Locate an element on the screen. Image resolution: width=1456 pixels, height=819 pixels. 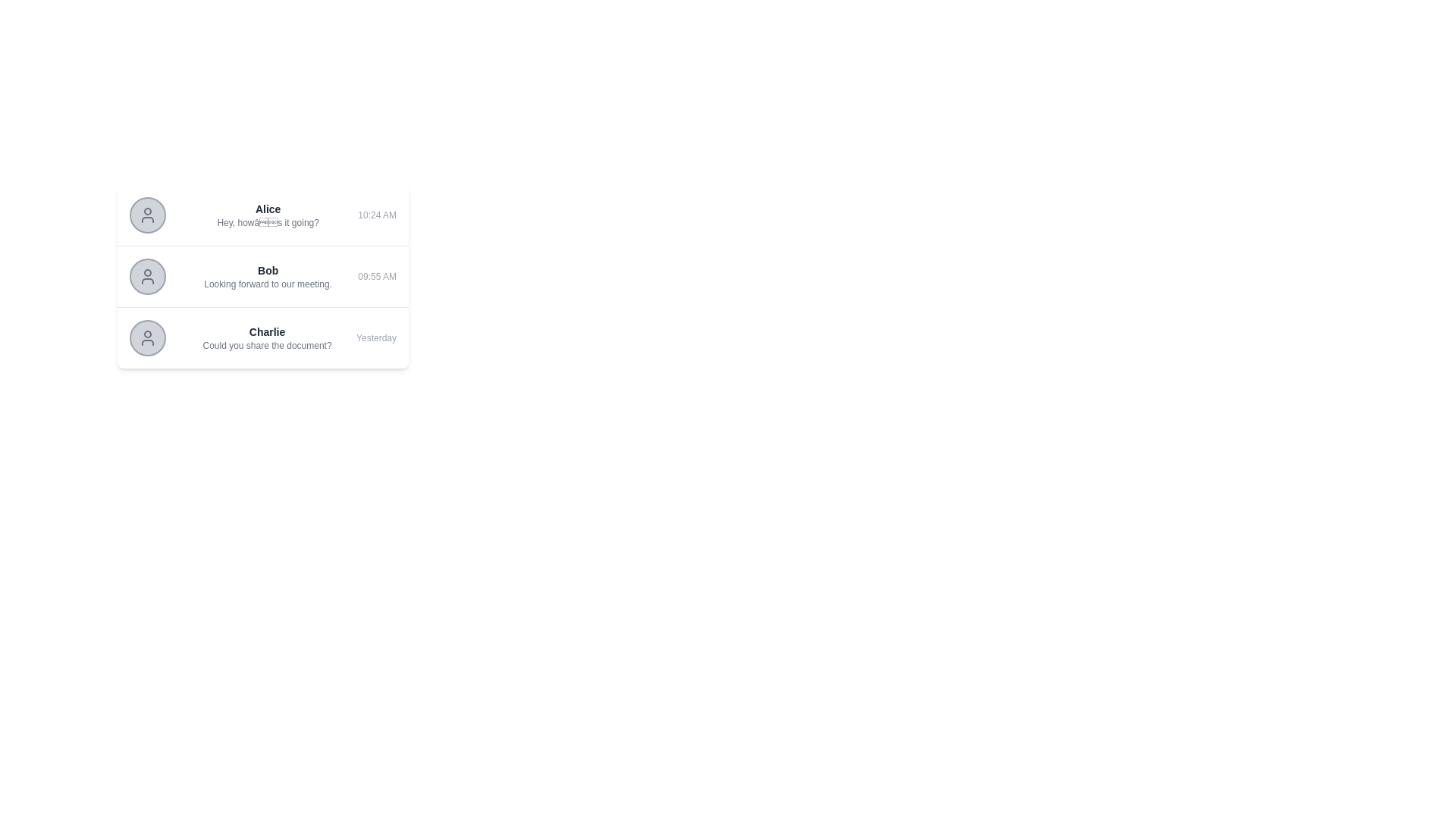
the second list item element displaying the user message from 'Bob', which includes a profile icon, message text, and timestamp is located at coordinates (262, 277).